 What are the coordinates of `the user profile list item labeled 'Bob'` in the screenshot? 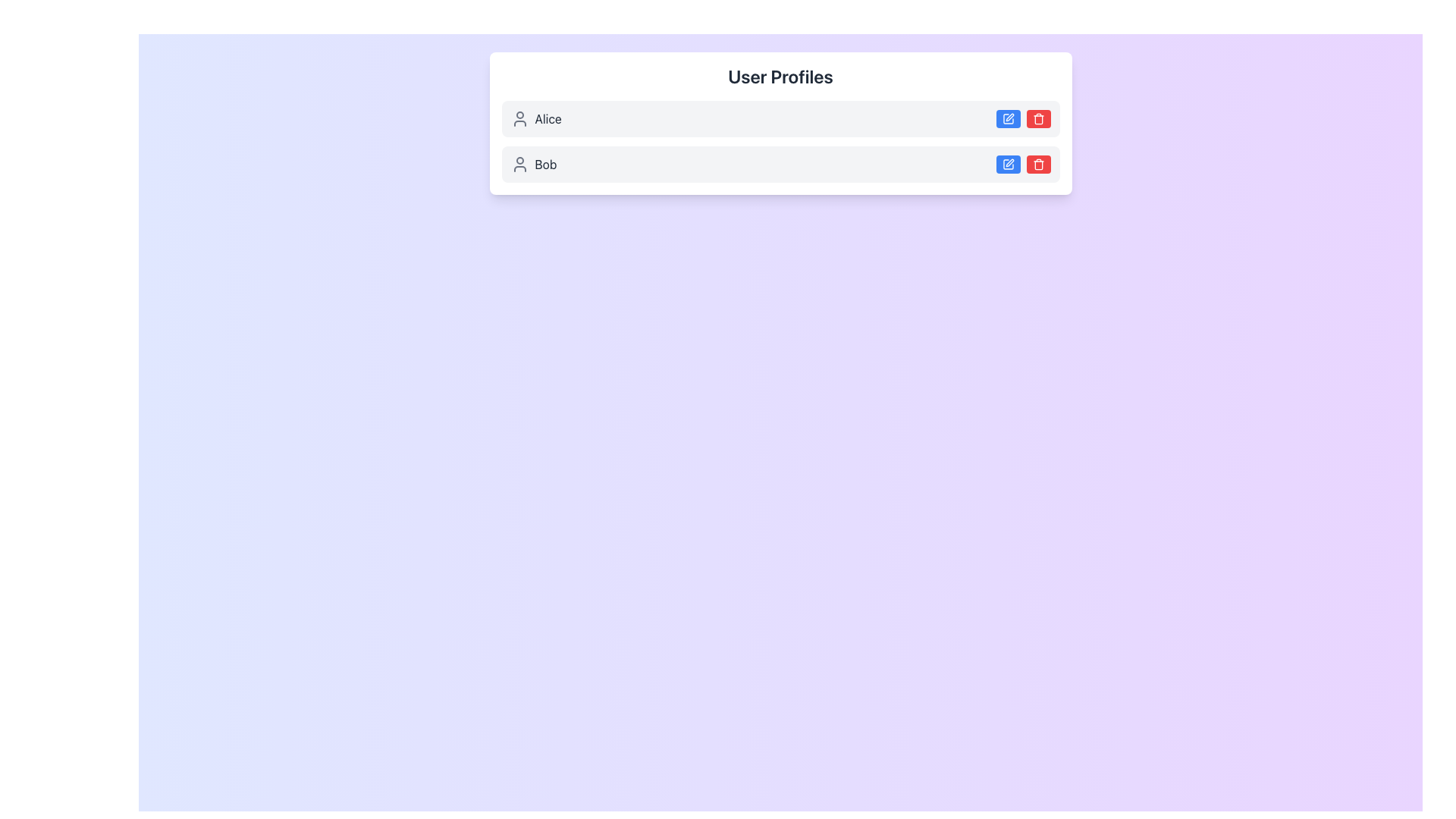 It's located at (780, 164).